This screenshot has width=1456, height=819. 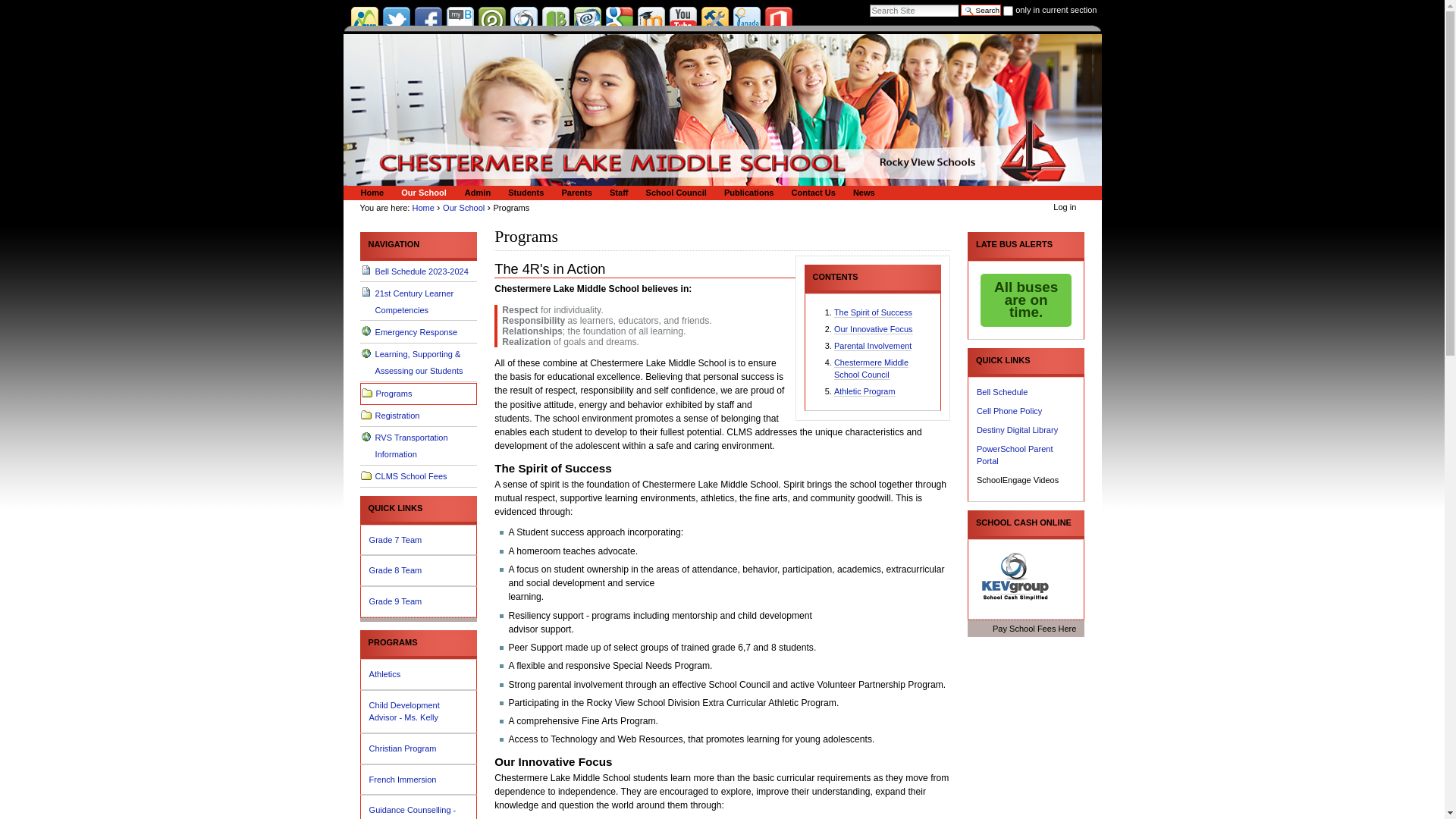 I want to click on 'Destiny Digital Library', so click(x=1017, y=430).